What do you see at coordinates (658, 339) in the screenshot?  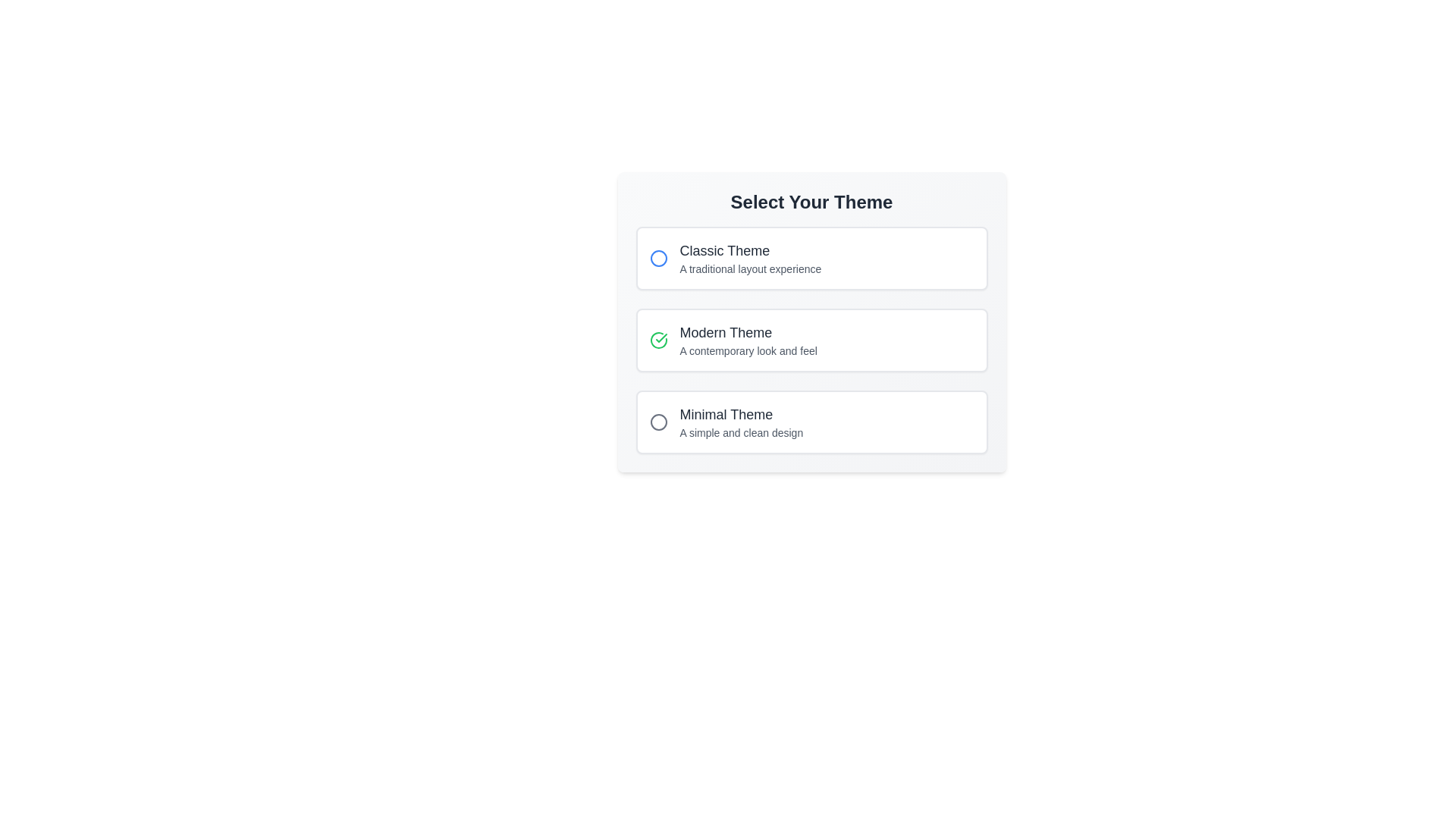 I see `the circular green checkmark icon indicating selection next to the 'Modern Theme' text` at bounding box center [658, 339].